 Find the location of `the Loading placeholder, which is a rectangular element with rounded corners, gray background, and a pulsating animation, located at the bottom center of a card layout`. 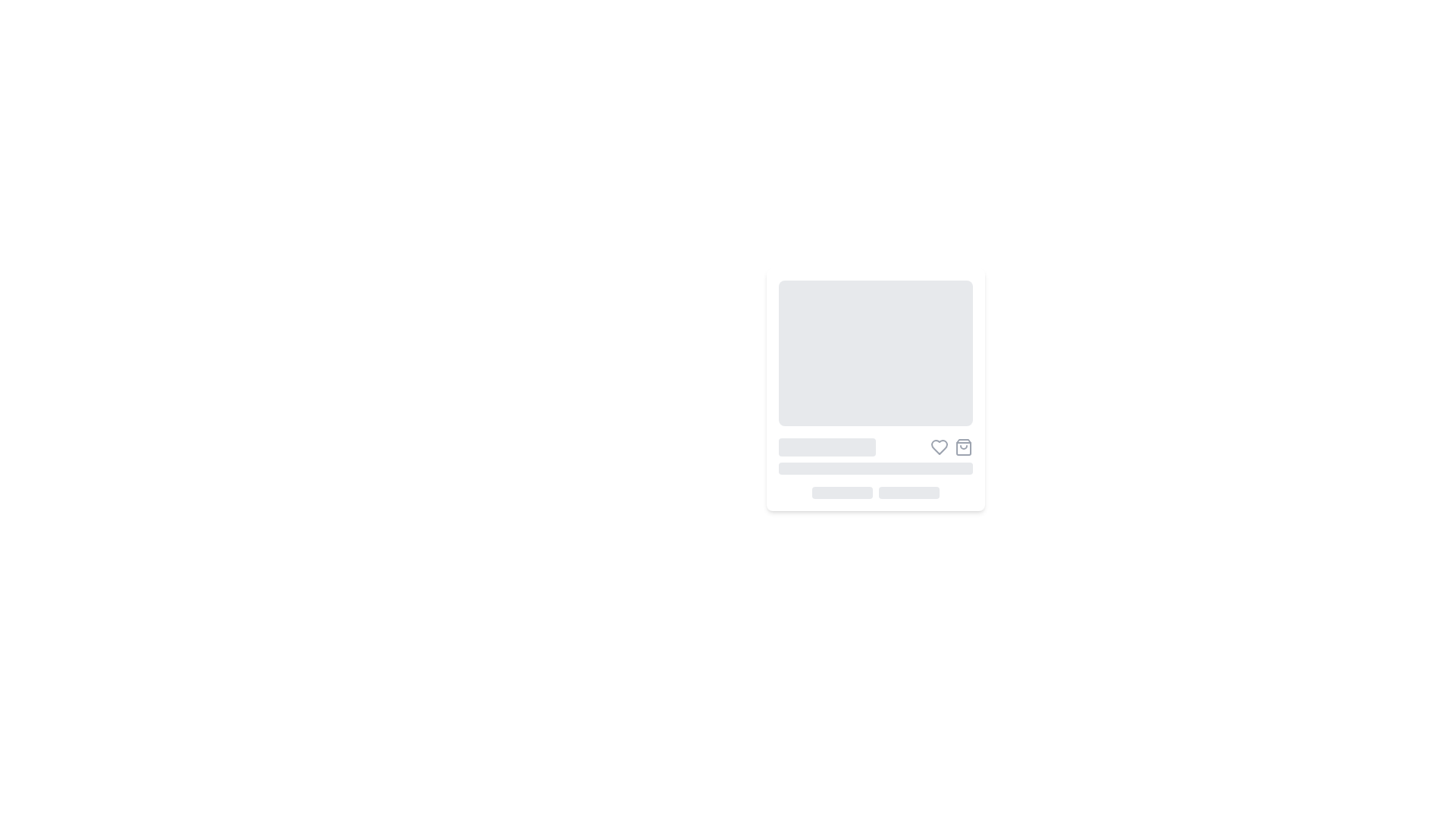

the Loading placeholder, which is a rectangular element with rounded corners, gray background, and a pulsating animation, located at the bottom center of a card layout is located at coordinates (841, 493).